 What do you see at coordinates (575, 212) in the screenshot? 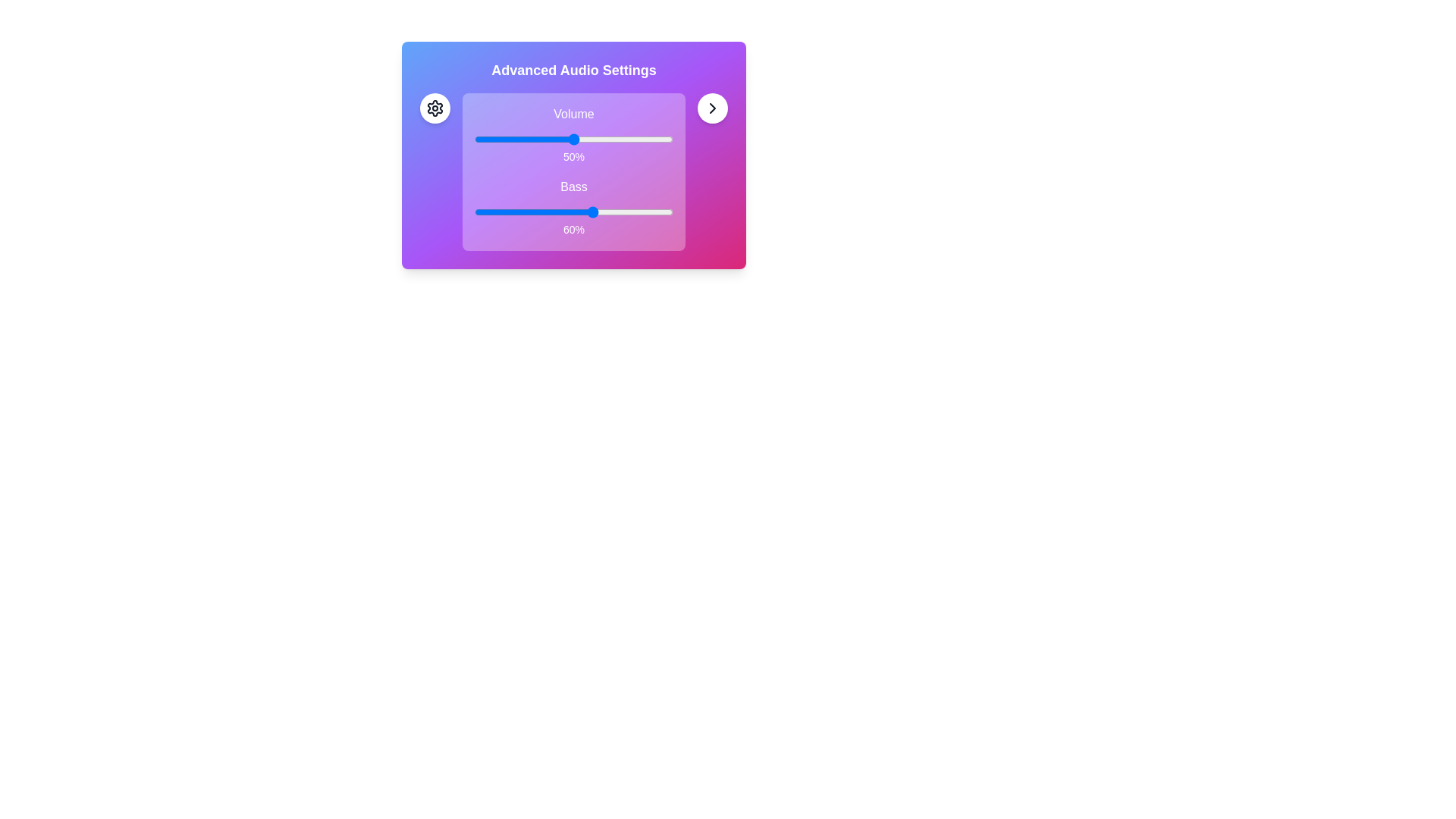
I see `the bass slider to set the bass level to 51%` at bounding box center [575, 212].